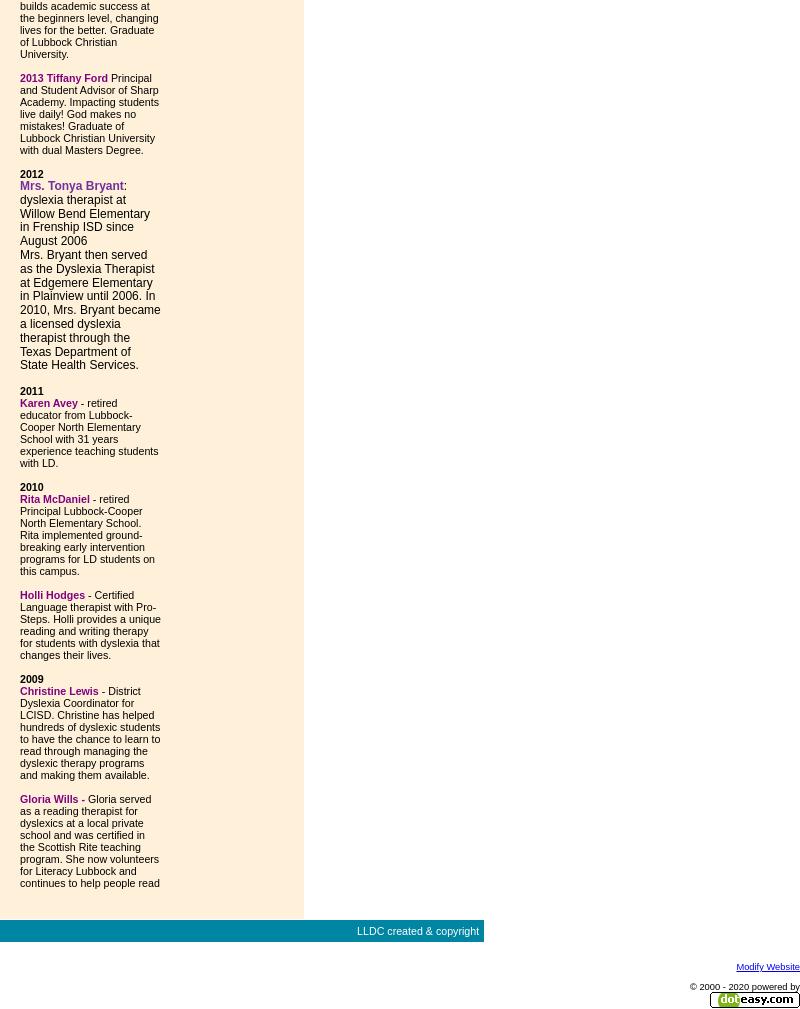 Image resolution: width=800 pixels, height=1009 pixels. I want to click on '2011', so click(20, 389).